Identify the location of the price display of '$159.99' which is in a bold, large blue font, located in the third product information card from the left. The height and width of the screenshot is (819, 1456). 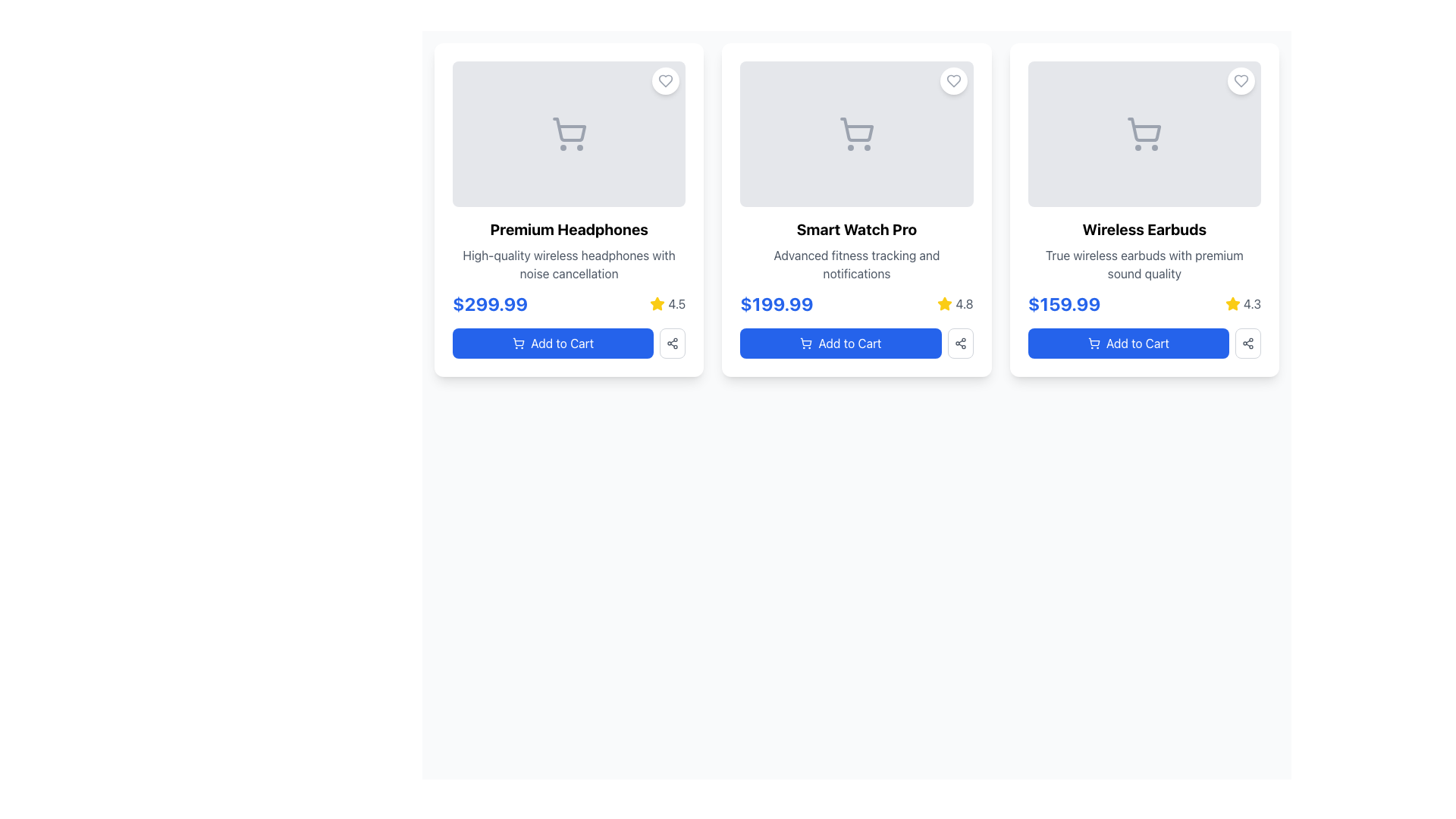
(1063, 304).